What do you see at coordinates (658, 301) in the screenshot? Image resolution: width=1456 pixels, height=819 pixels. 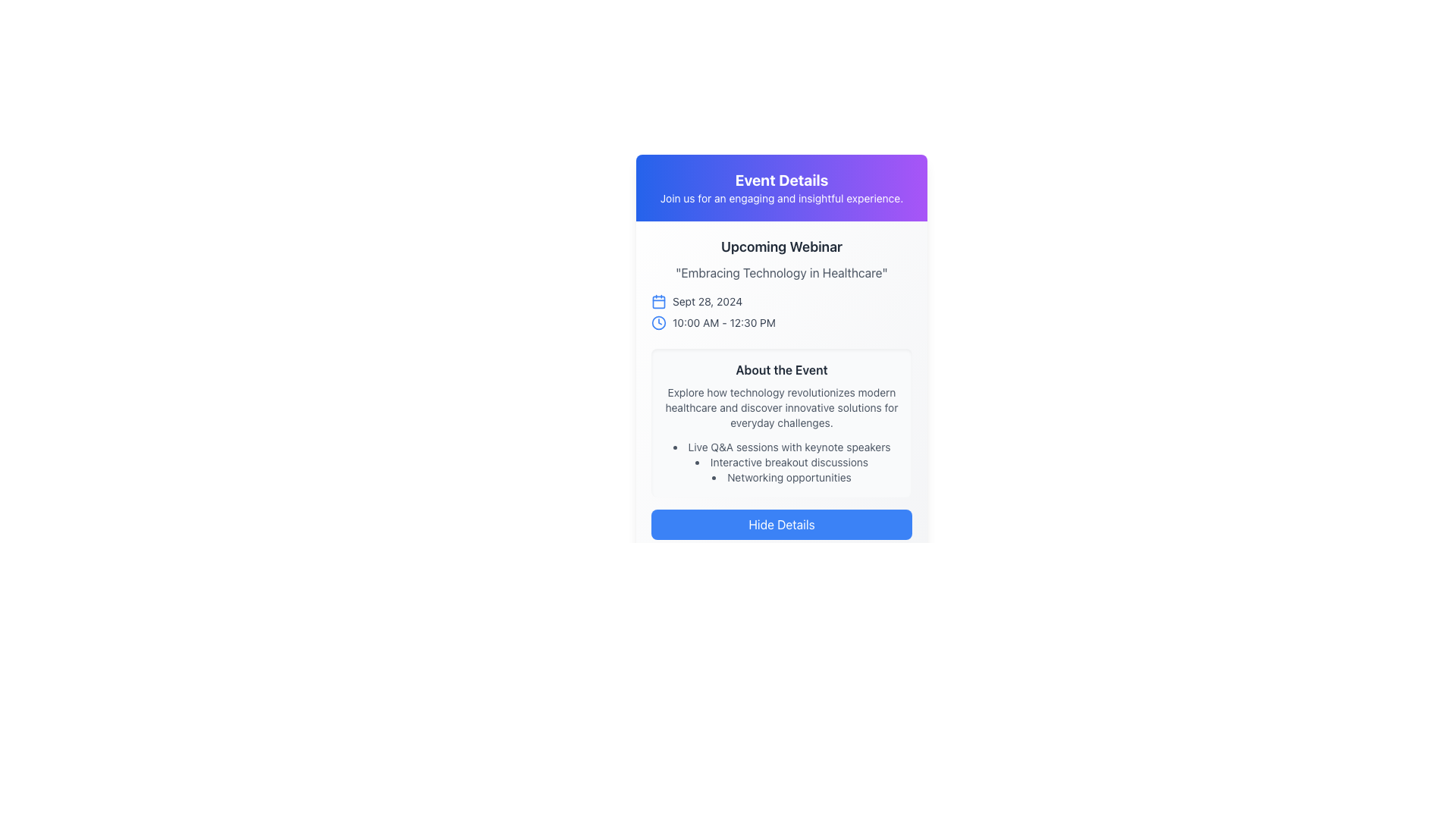 I see `the calendar icon next to the date 'Sept 28, 2024'` at bounding box center [658, 301].